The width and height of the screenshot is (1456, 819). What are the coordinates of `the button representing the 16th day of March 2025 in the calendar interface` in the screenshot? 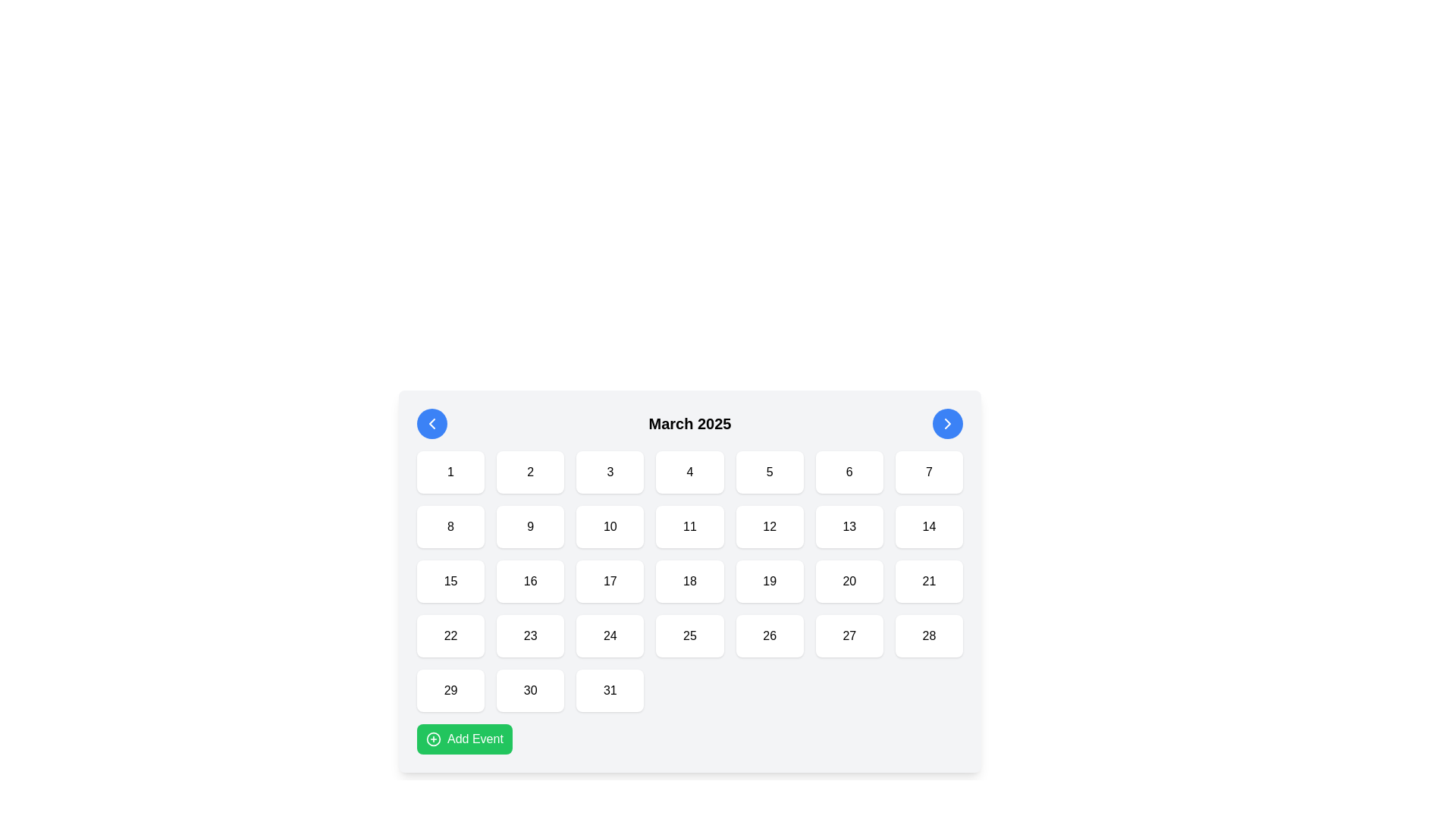 It's located at (530, 581).